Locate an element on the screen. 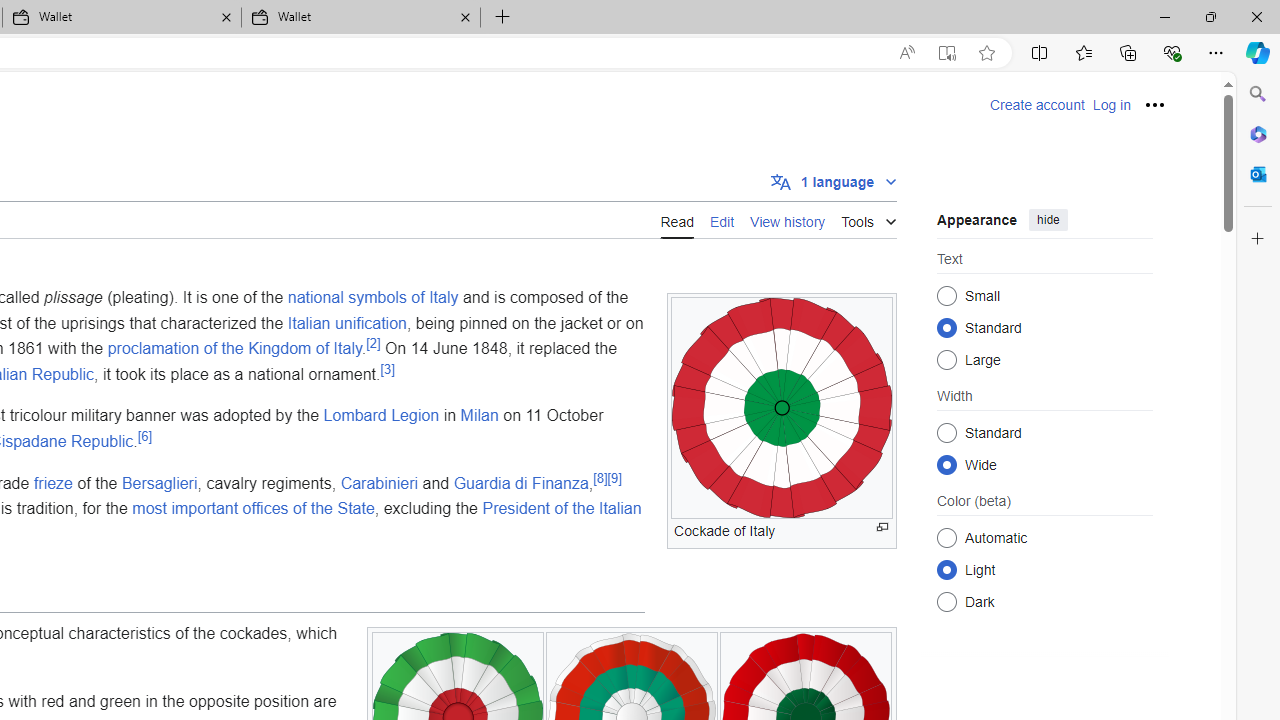 This screenshot has height=720, width=1280. 'View history' is located at coordinates (786, 219).